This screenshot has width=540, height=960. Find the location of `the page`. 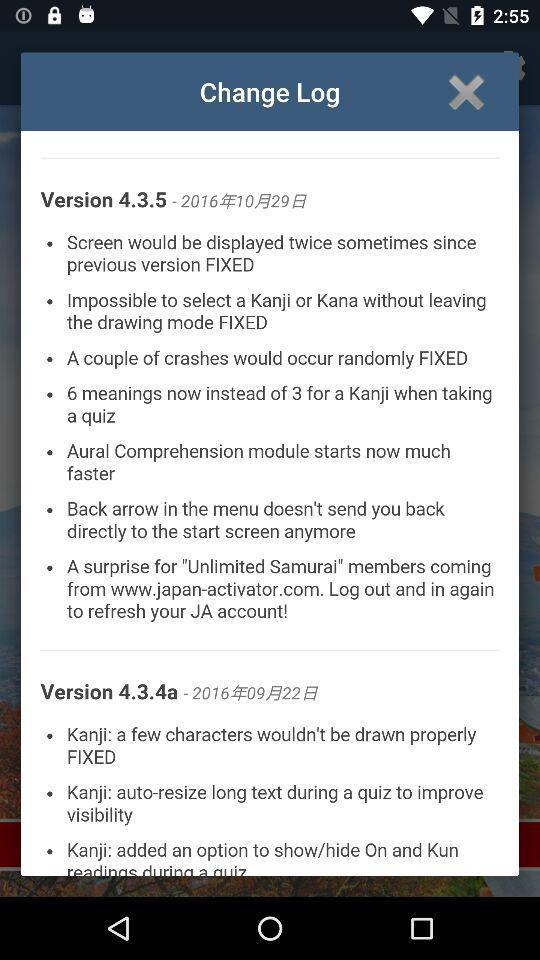

the page is located at coordinates (466, 91).